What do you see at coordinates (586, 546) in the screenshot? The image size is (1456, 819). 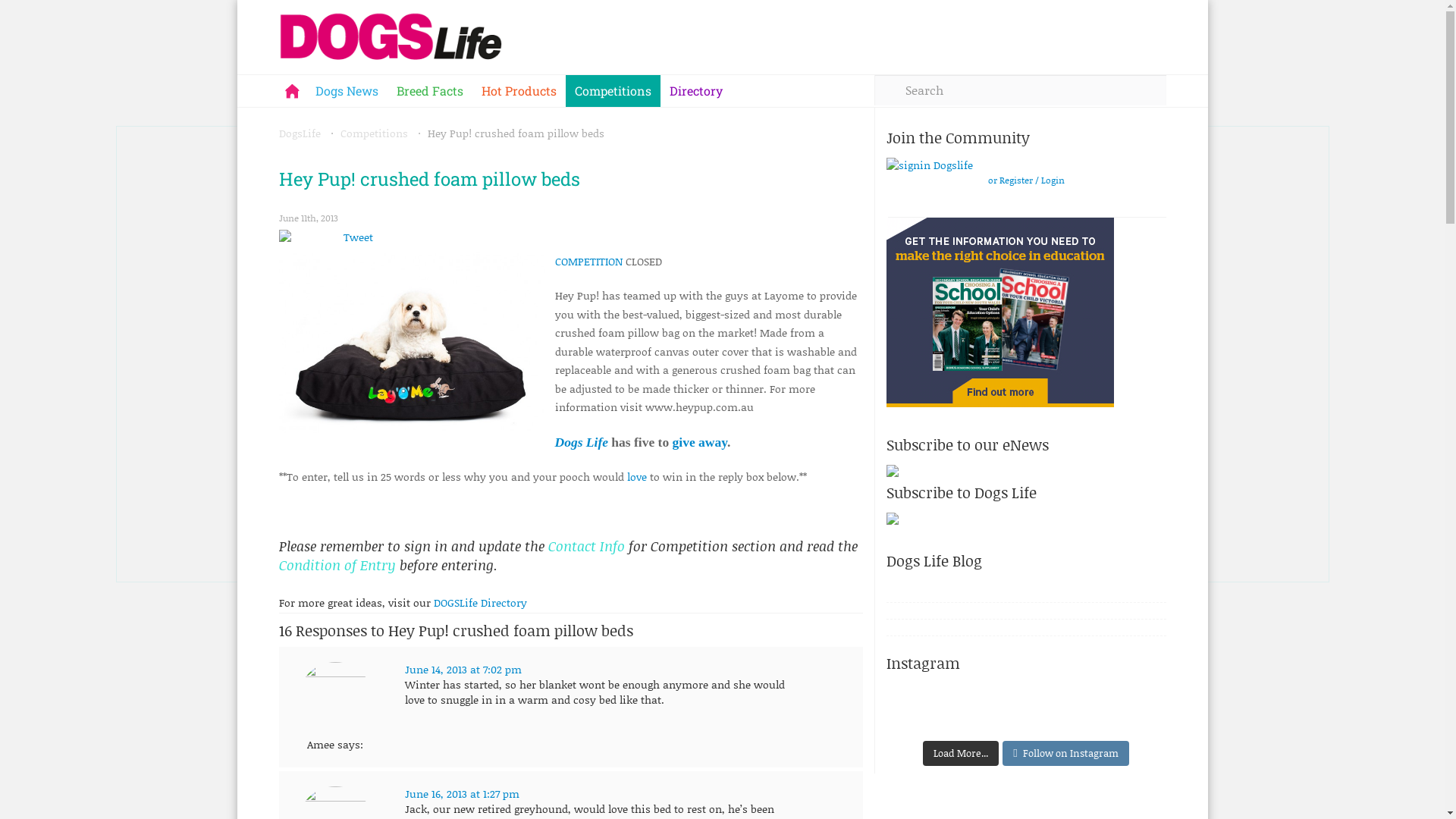 I see `'Contact Info'` at bounding box center [586, 546].